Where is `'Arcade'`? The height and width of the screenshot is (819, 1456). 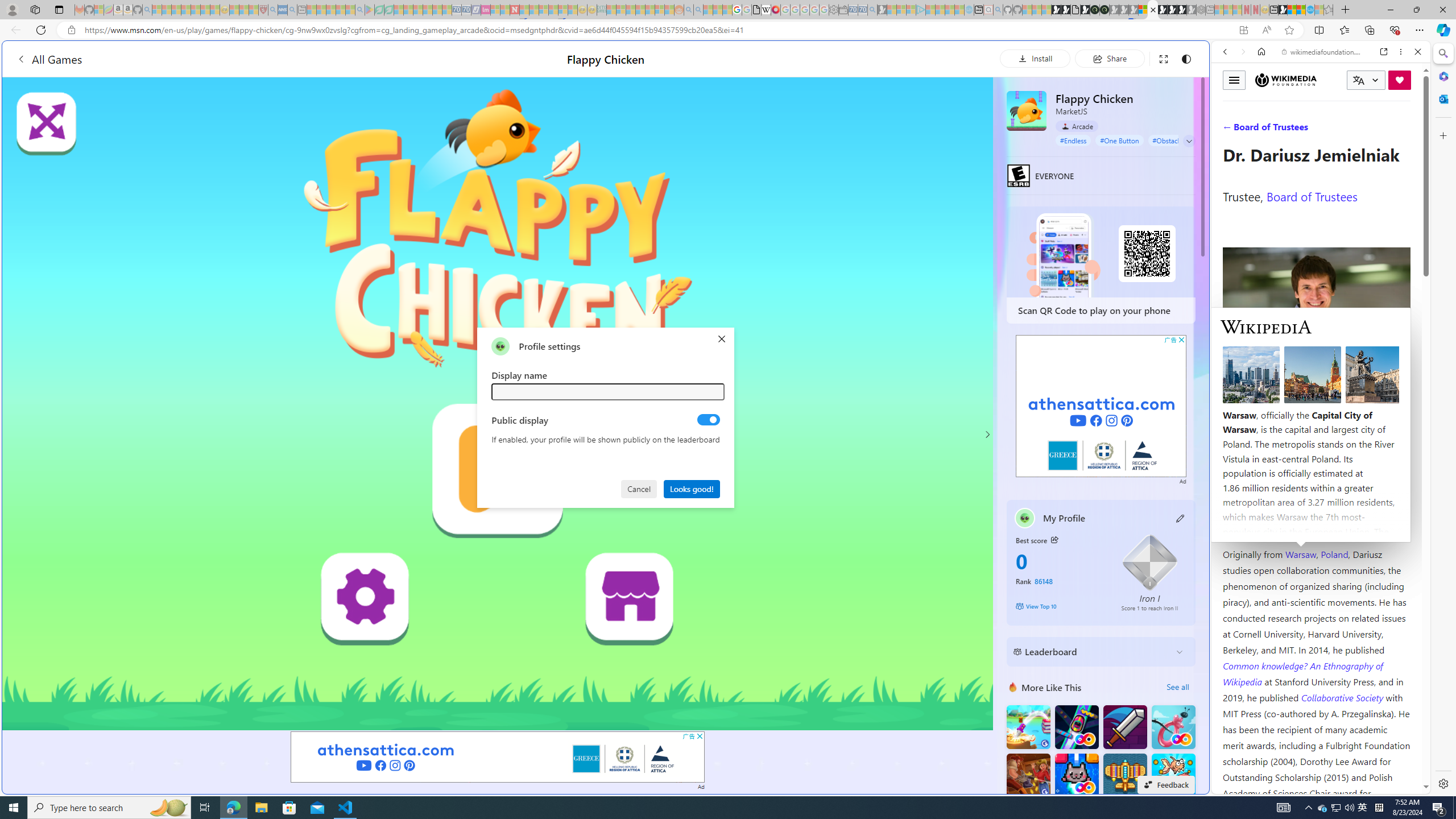 'Arcade' is located at coordinates (1076, 126).